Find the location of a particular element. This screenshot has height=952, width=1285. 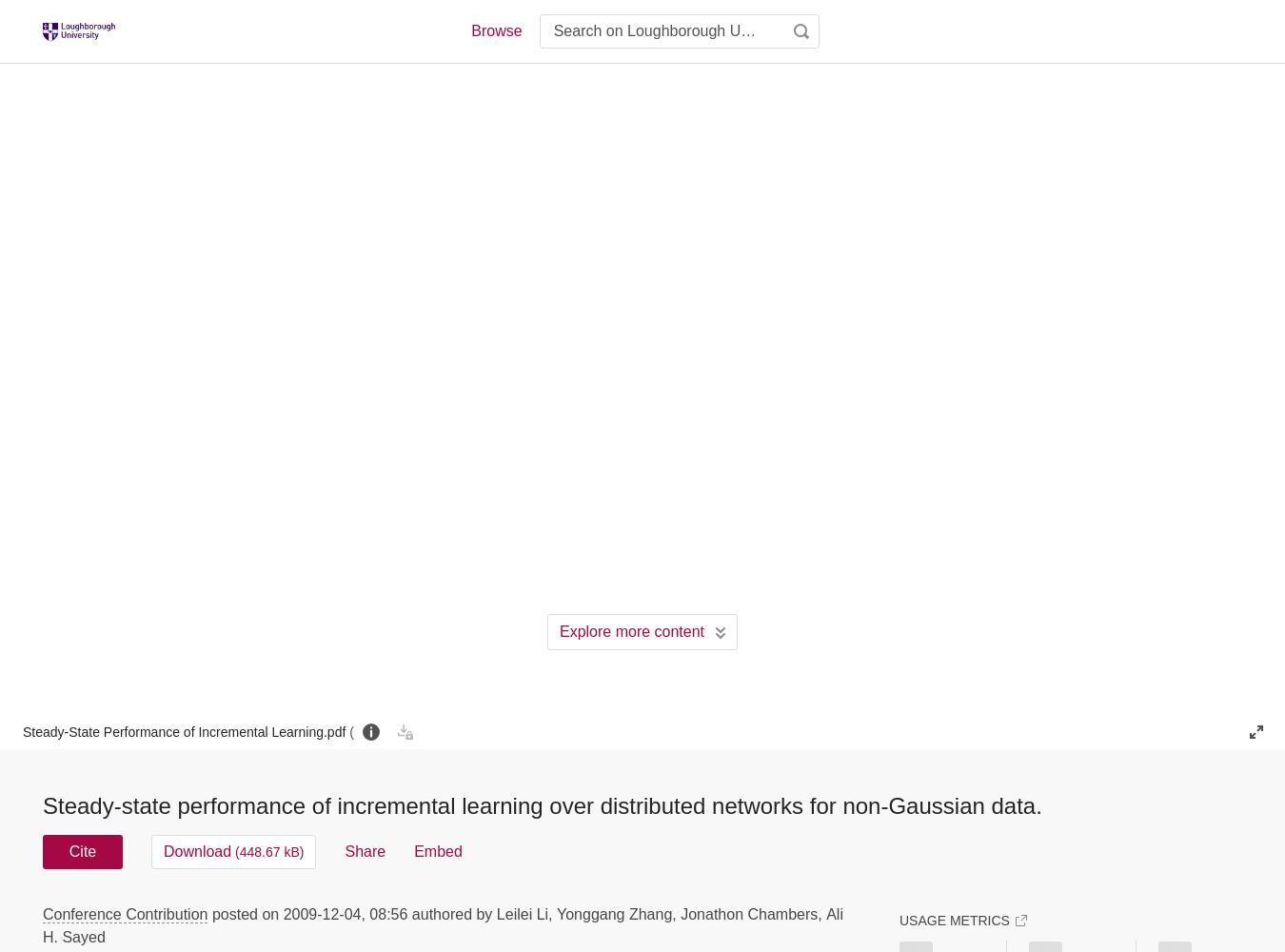

'posted on' is located at coordinates (210, 912).